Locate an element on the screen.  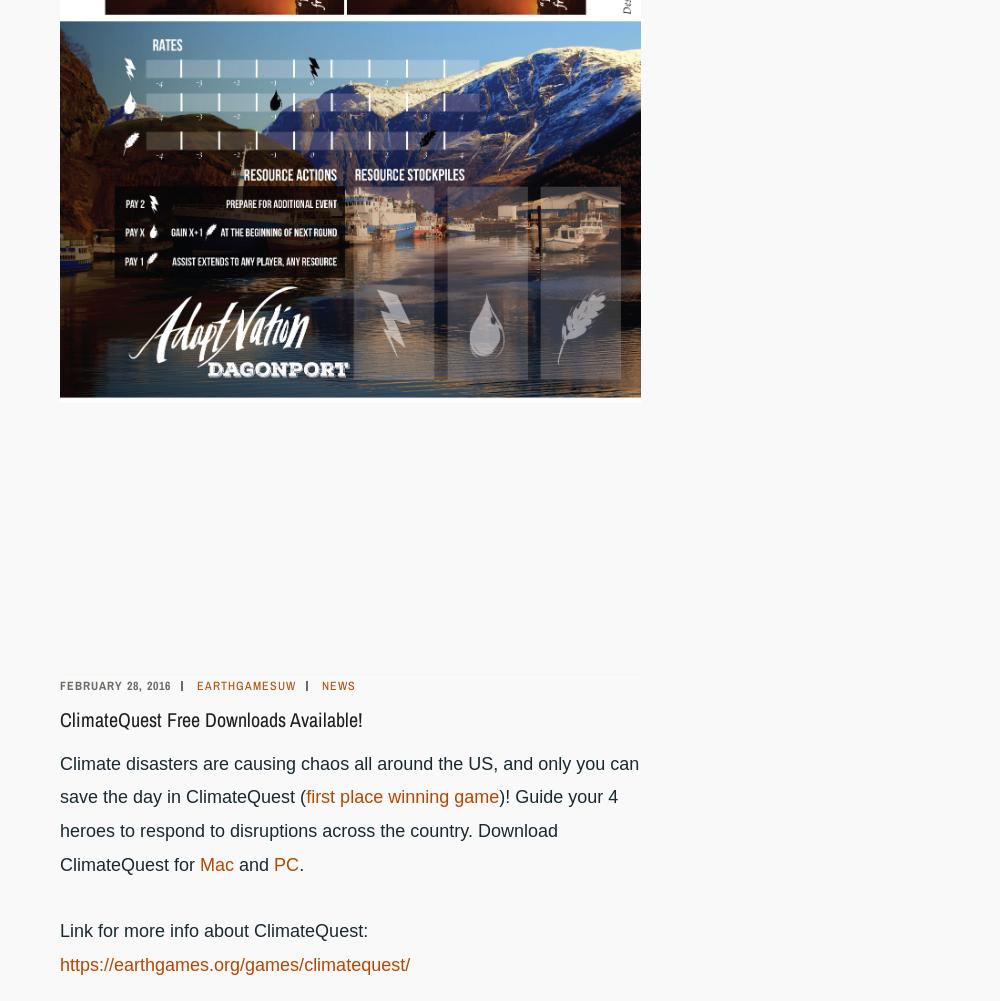
'Climate disasters are causing chaos all around the US, and only you can save the day in ClimateQuest (' is located at coordinates (348, 779).